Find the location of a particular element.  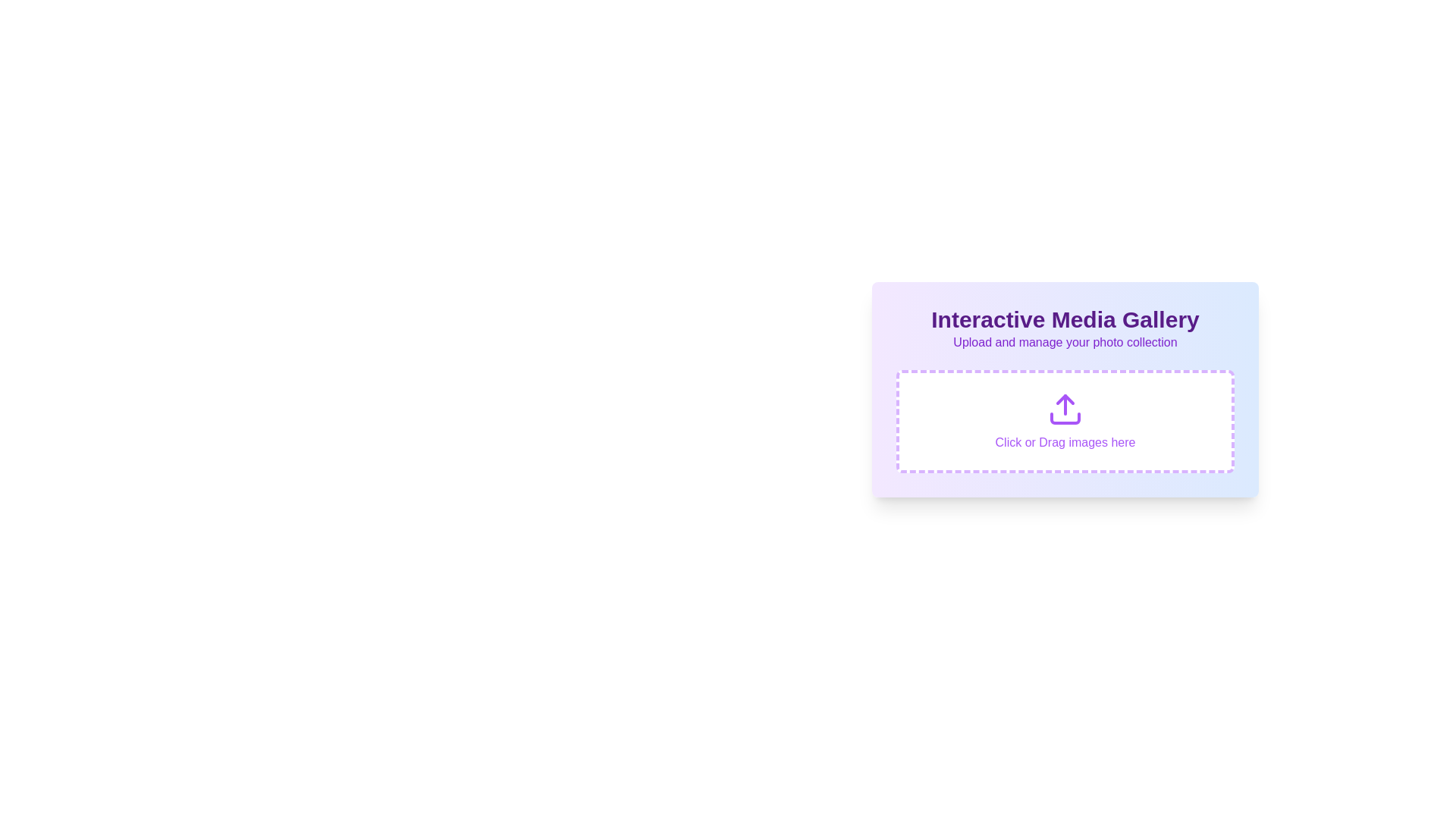

the header text component located at the upper part of a rectangular card, which serves as the title for the card is located at coordinates (1065, 318).